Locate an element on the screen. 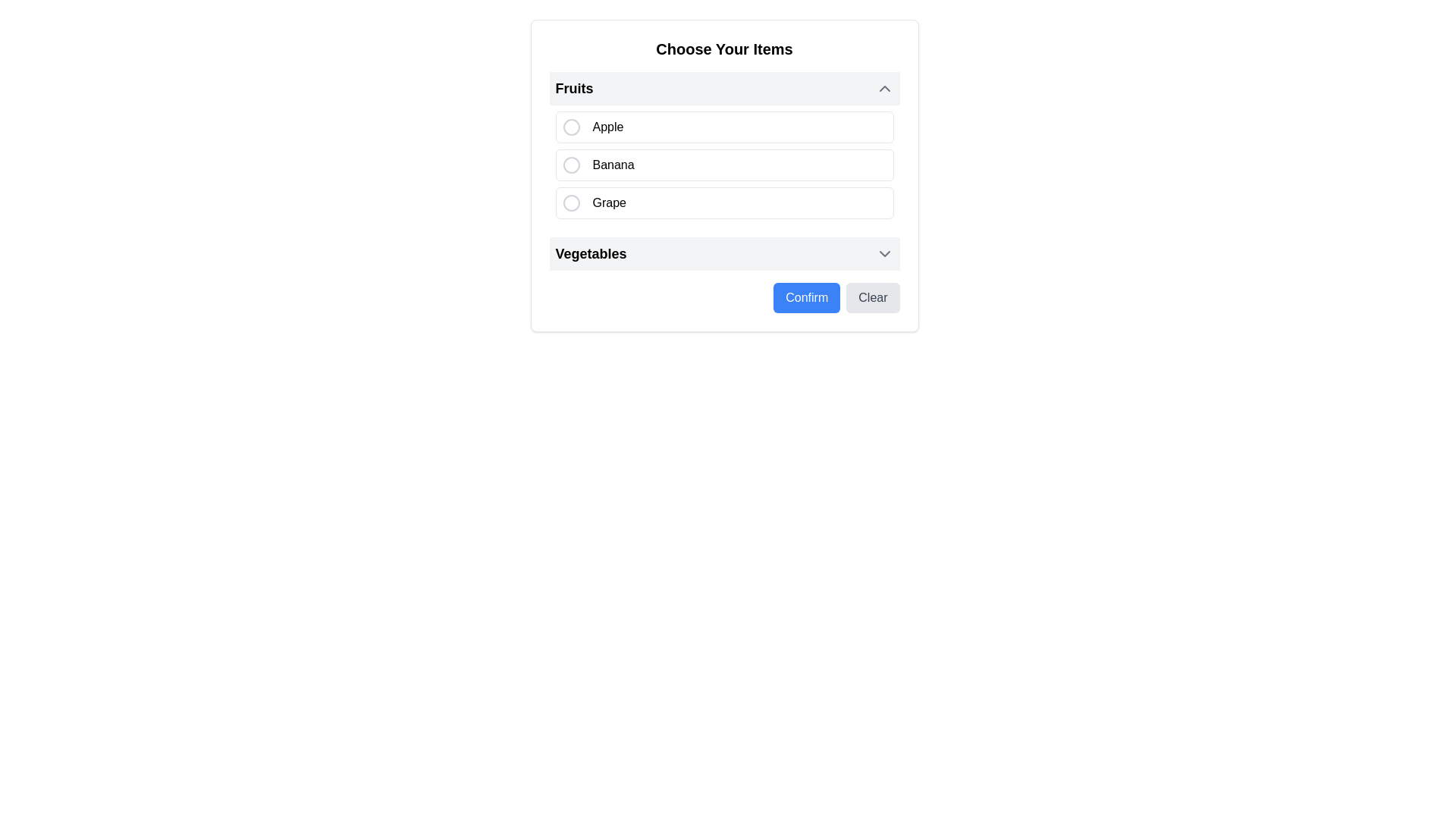 The image size is (1456, 819). the graphical circle icon representing the selection state for the 'Apple' item in the 'Fruits' category is located at coordinates (570, 127).